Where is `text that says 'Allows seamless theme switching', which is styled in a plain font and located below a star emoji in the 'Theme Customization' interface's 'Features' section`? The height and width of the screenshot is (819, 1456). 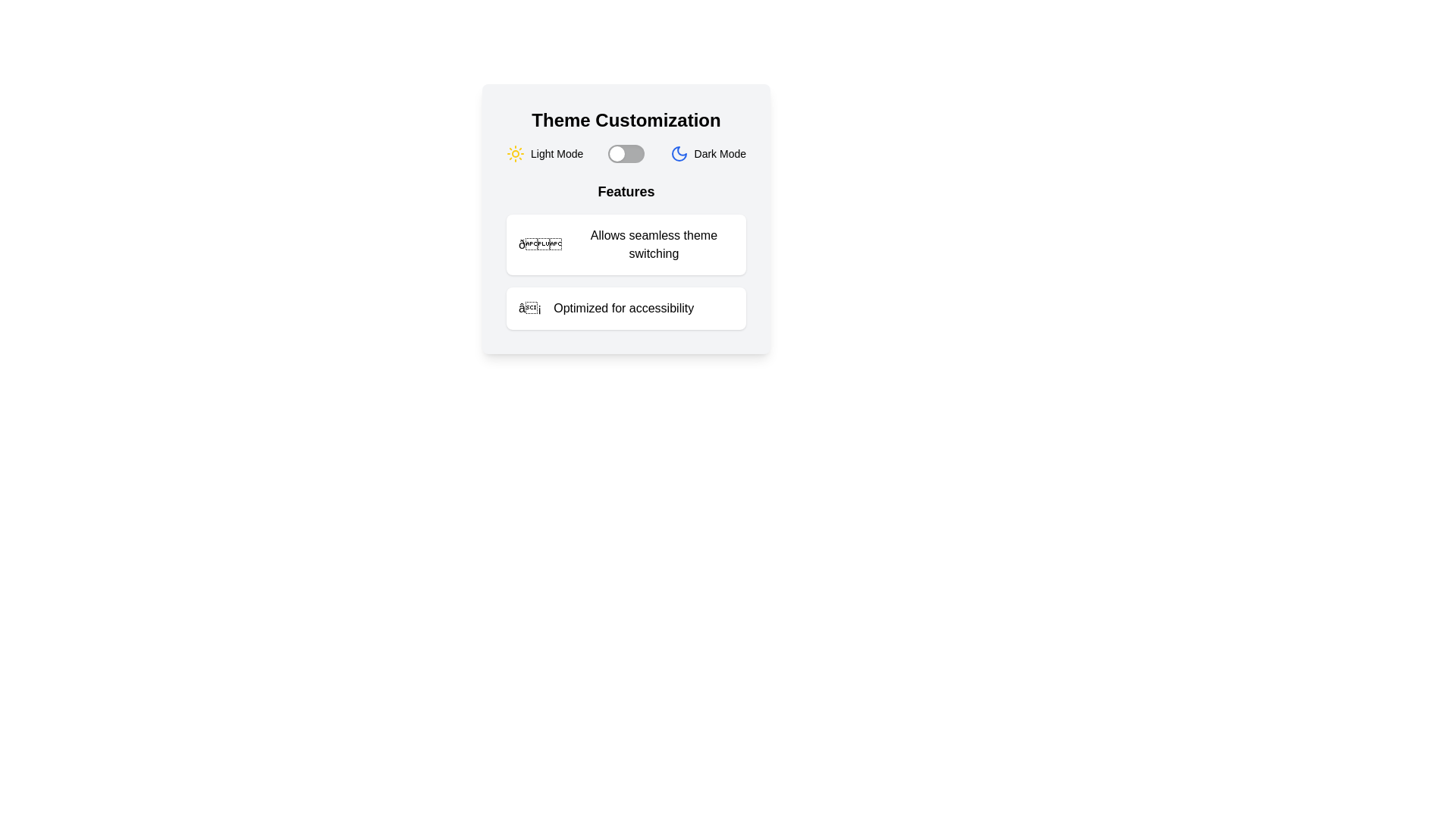
text that says 'Allows seamless theme switching', which is styled in a plain font and located below a star emoji in the 'Theme Customization' interface's 'Features' section is located at coordinates (654, 244).